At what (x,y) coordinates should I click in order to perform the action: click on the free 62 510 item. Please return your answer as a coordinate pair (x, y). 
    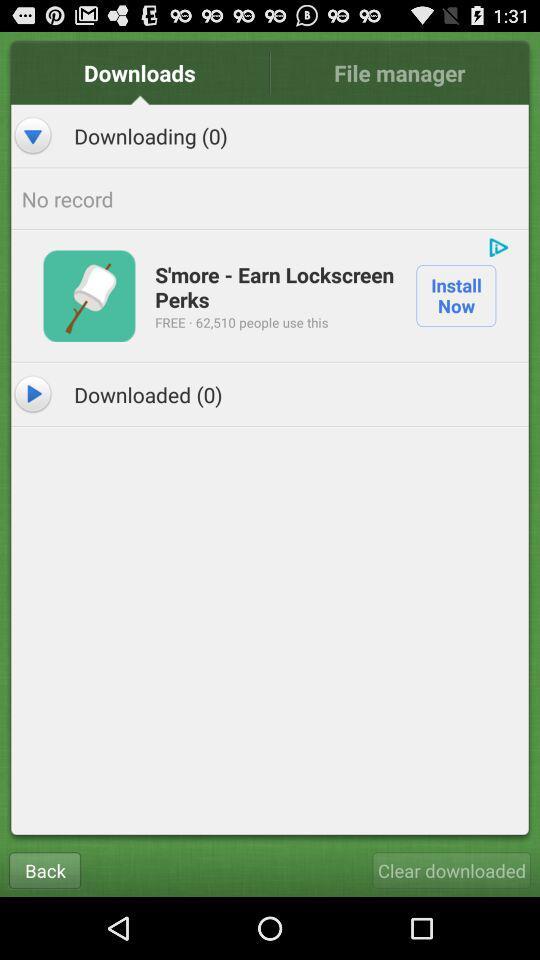
    Looking at the image, I should click on (241, 322).